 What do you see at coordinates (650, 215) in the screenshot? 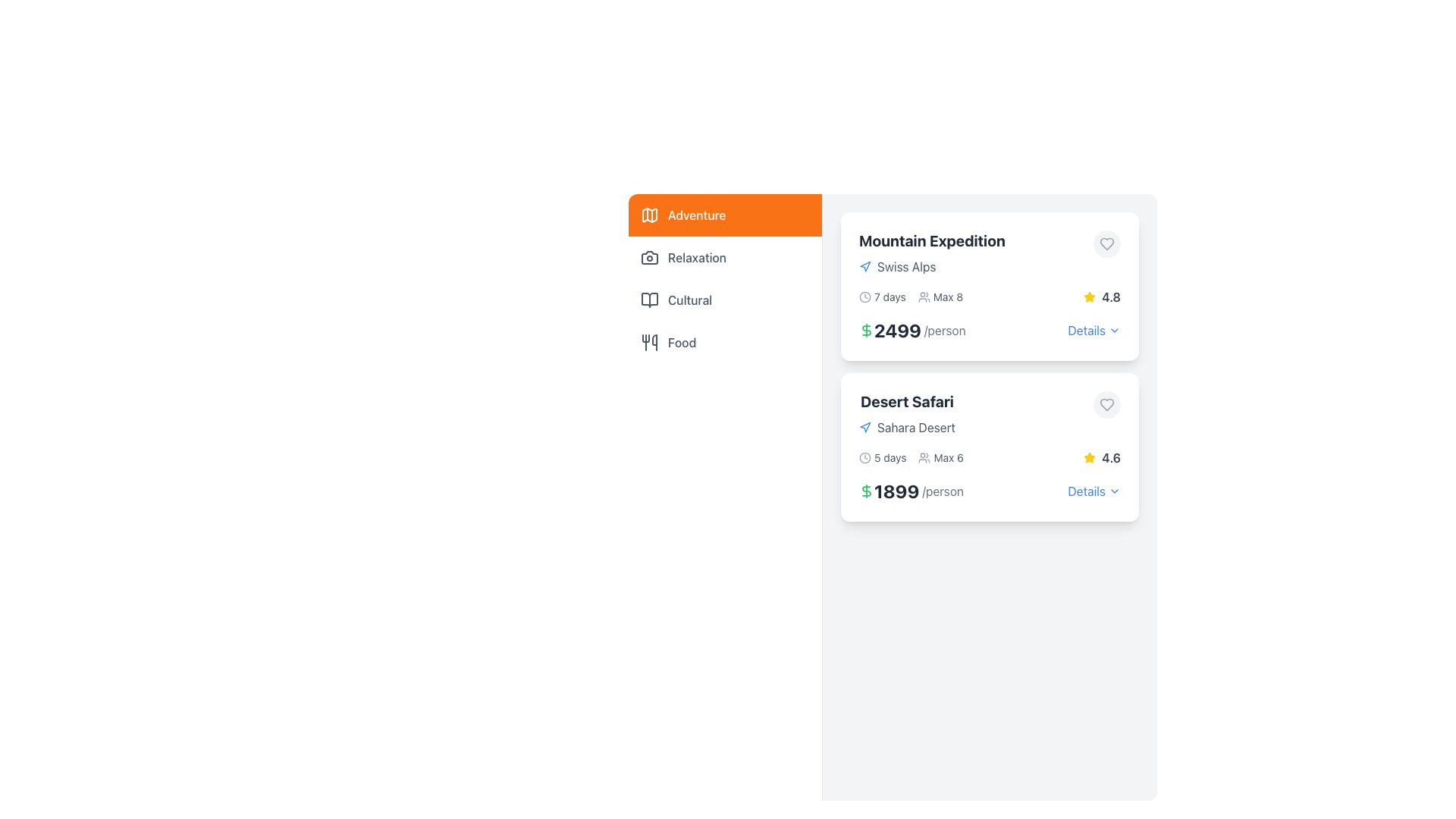
I see `the stylized map icon located in the orange-colored section of the left-side navigation bar, positioned at the top adjacent to the 'Adventure' label` at bounding box center [650, 215].